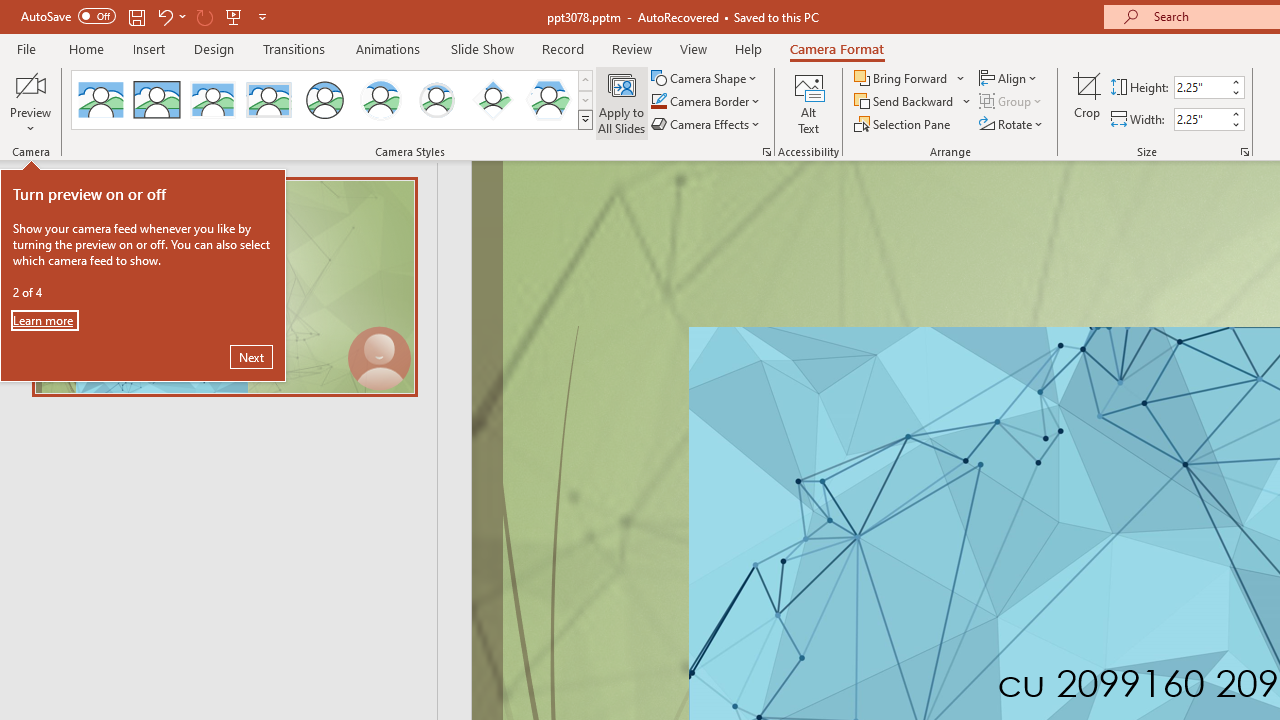  I want to click on 'Learn more', so click(44, 319).